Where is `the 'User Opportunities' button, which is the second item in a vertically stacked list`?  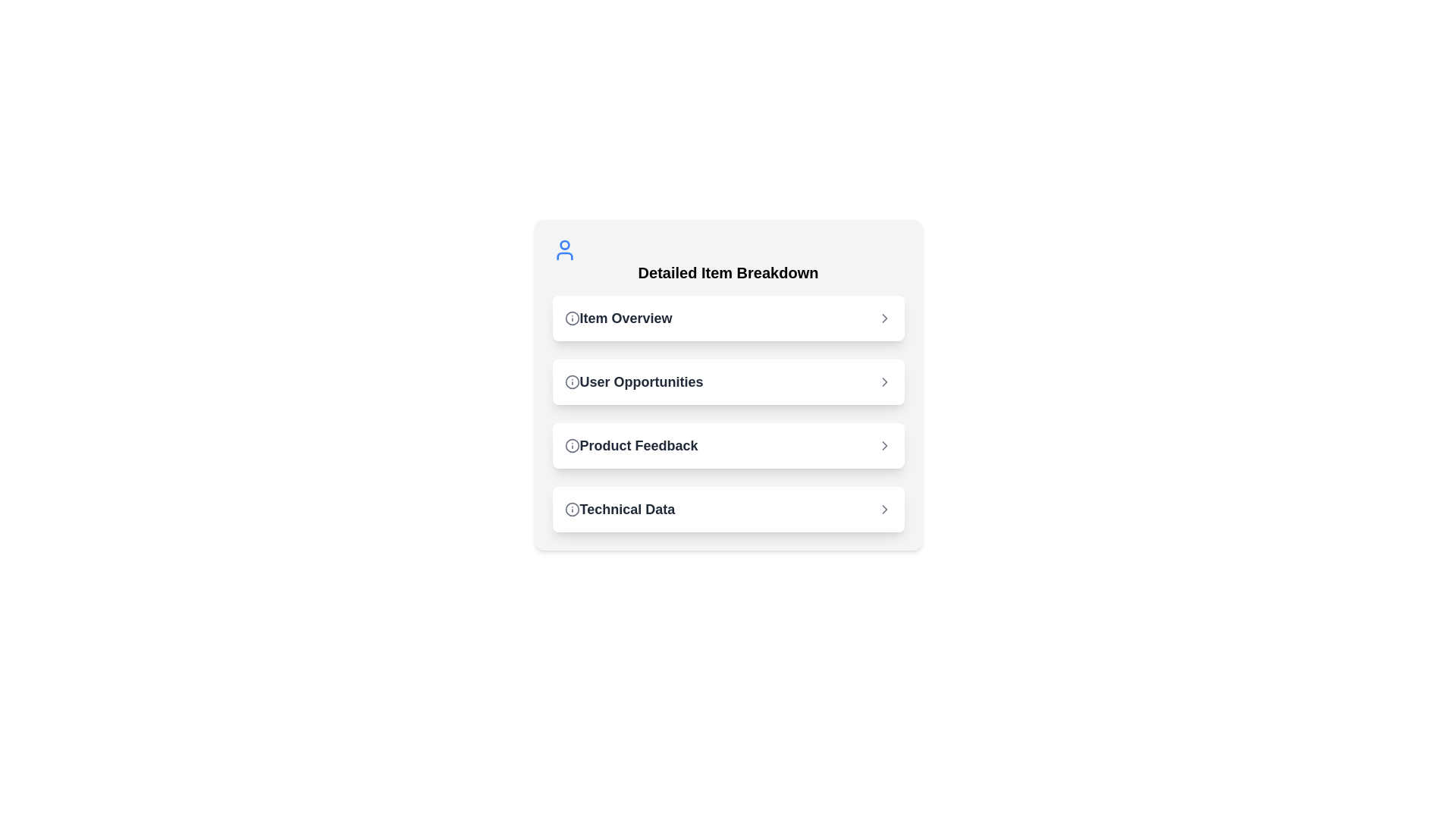
the 'User Opportunities' button, which is the second item in a vertically stacked list is located at coordinates (728, 381).